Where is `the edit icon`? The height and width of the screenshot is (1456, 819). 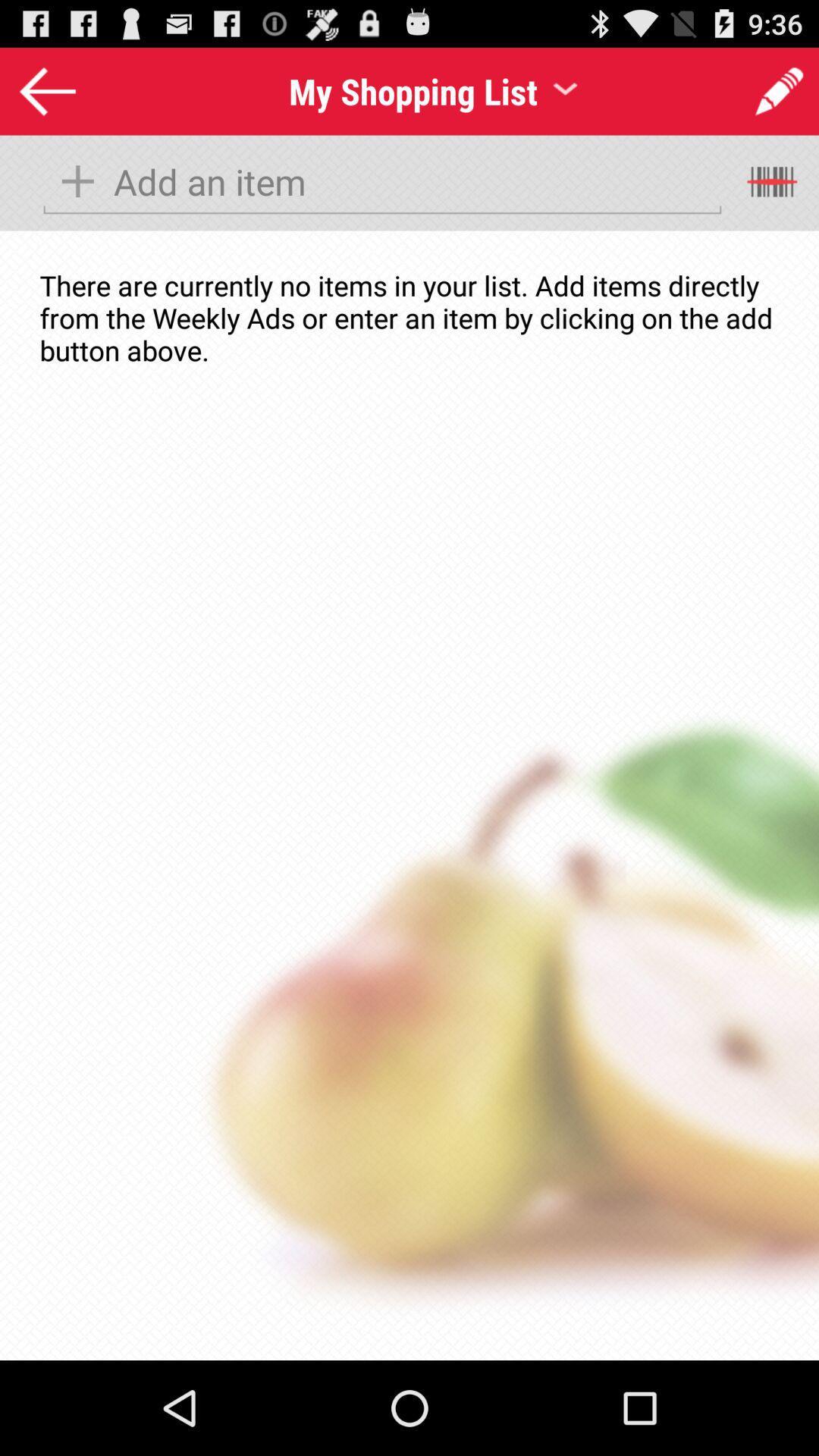 the edit icon is located at coordinates (761, 95).